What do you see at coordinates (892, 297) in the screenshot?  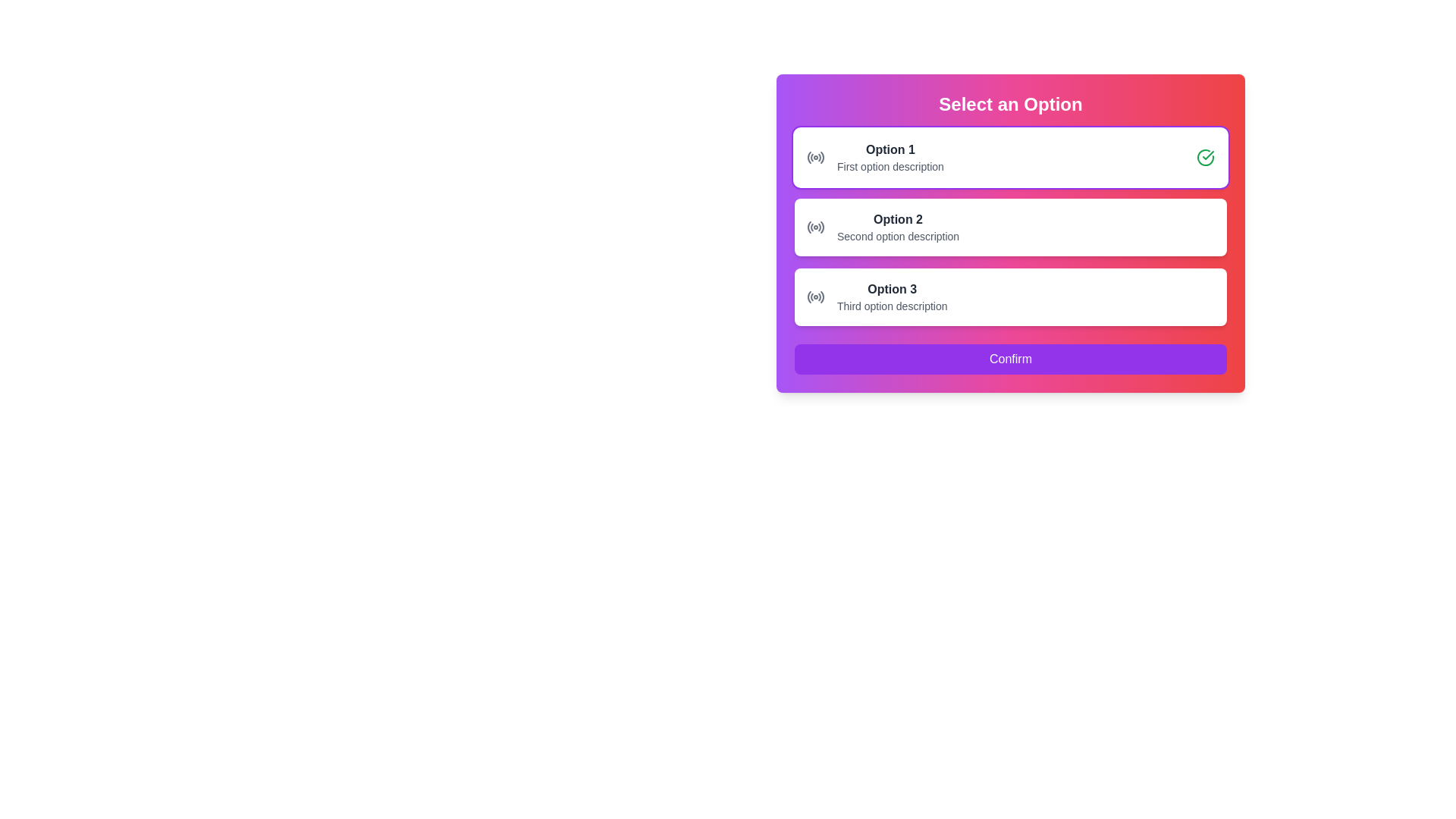 I see `the text display element that shows 'Option 3' in bold and 'Third option description' below it, located in the third selectable option of the group` at bounding box center [892, 297].